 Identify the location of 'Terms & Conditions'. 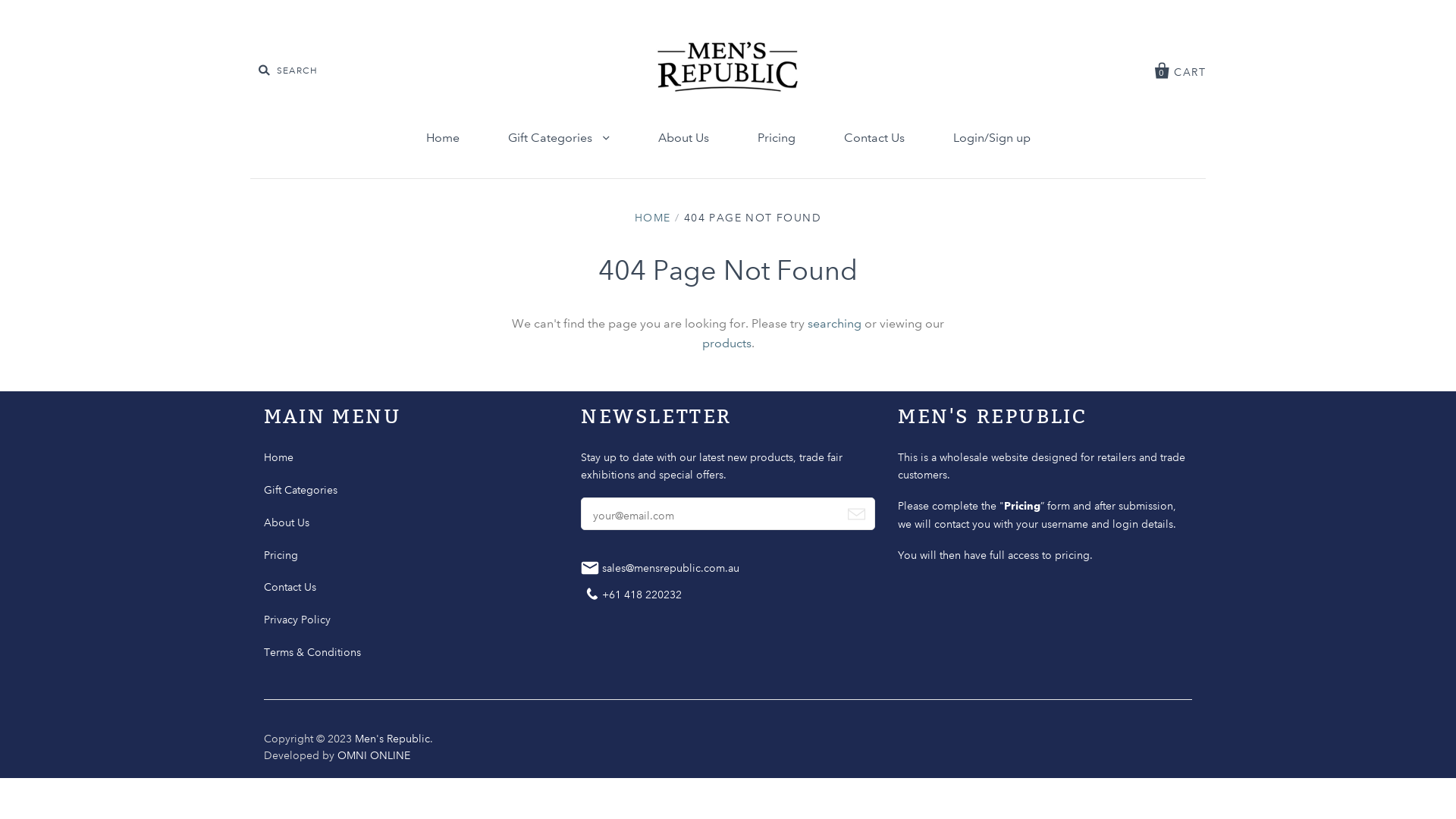
(263, 651).